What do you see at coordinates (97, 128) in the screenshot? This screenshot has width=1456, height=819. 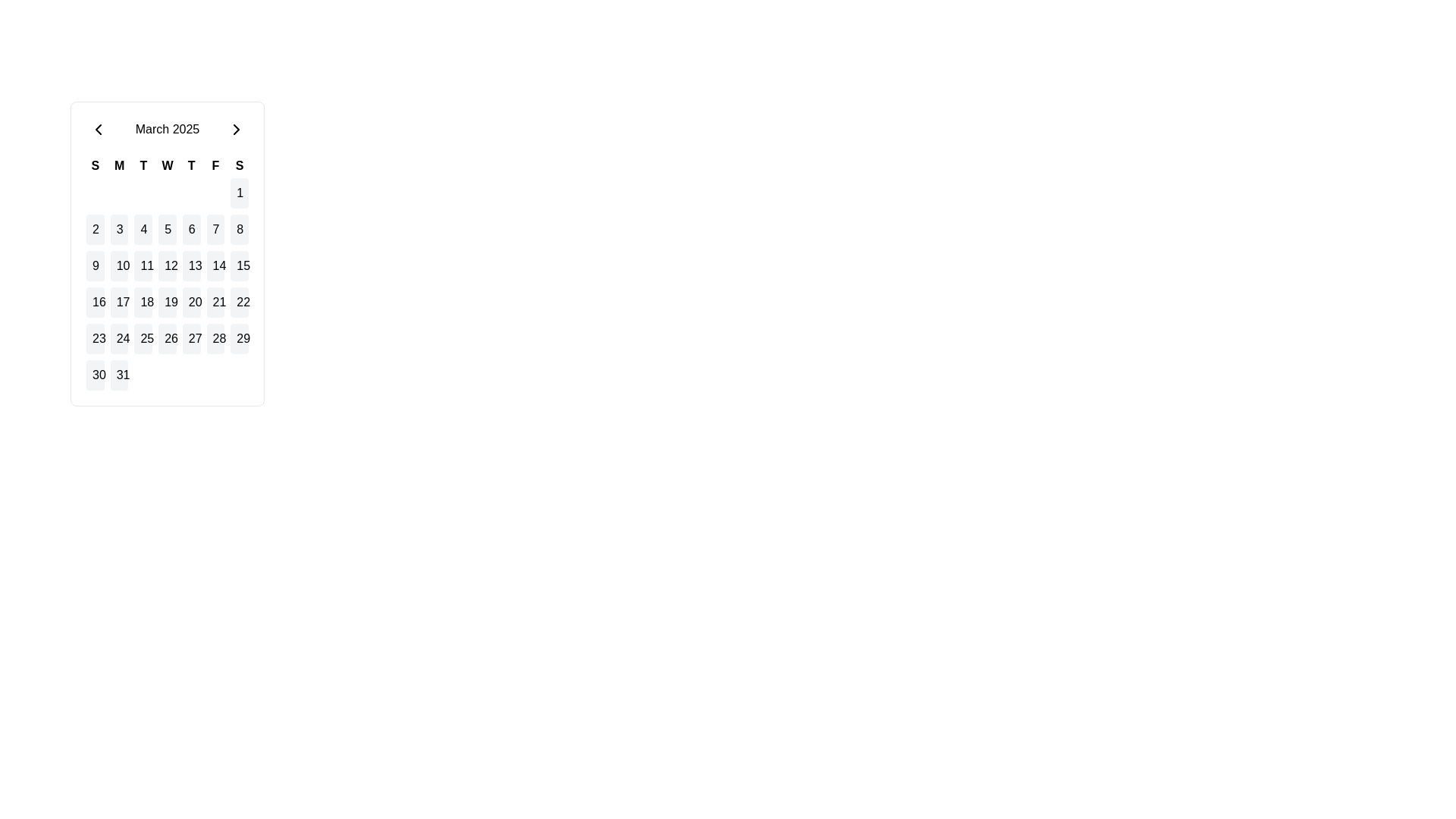 I see `the small left-pointing arrow icon, which is a compact graphical element styled as a chevron, located to the left of the 'March 2025' text label at the top of the calendar interface` at bounding box center [97, 128].